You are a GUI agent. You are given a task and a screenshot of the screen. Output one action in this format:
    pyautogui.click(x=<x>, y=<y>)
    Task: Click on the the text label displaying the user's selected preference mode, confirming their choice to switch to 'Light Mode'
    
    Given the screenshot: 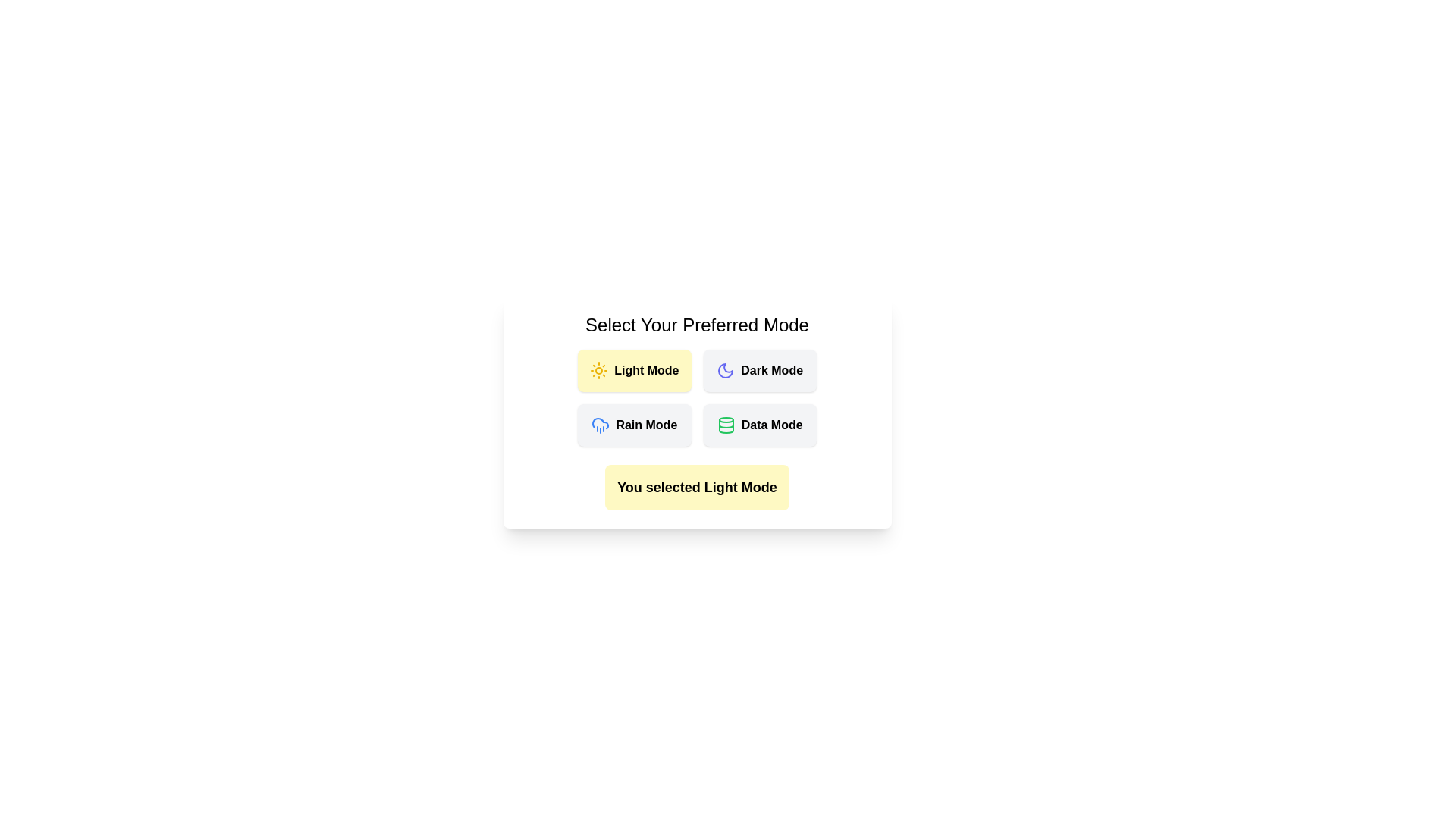 What is the action you would take?
    pyautogui.click(x=696, y=488)
    